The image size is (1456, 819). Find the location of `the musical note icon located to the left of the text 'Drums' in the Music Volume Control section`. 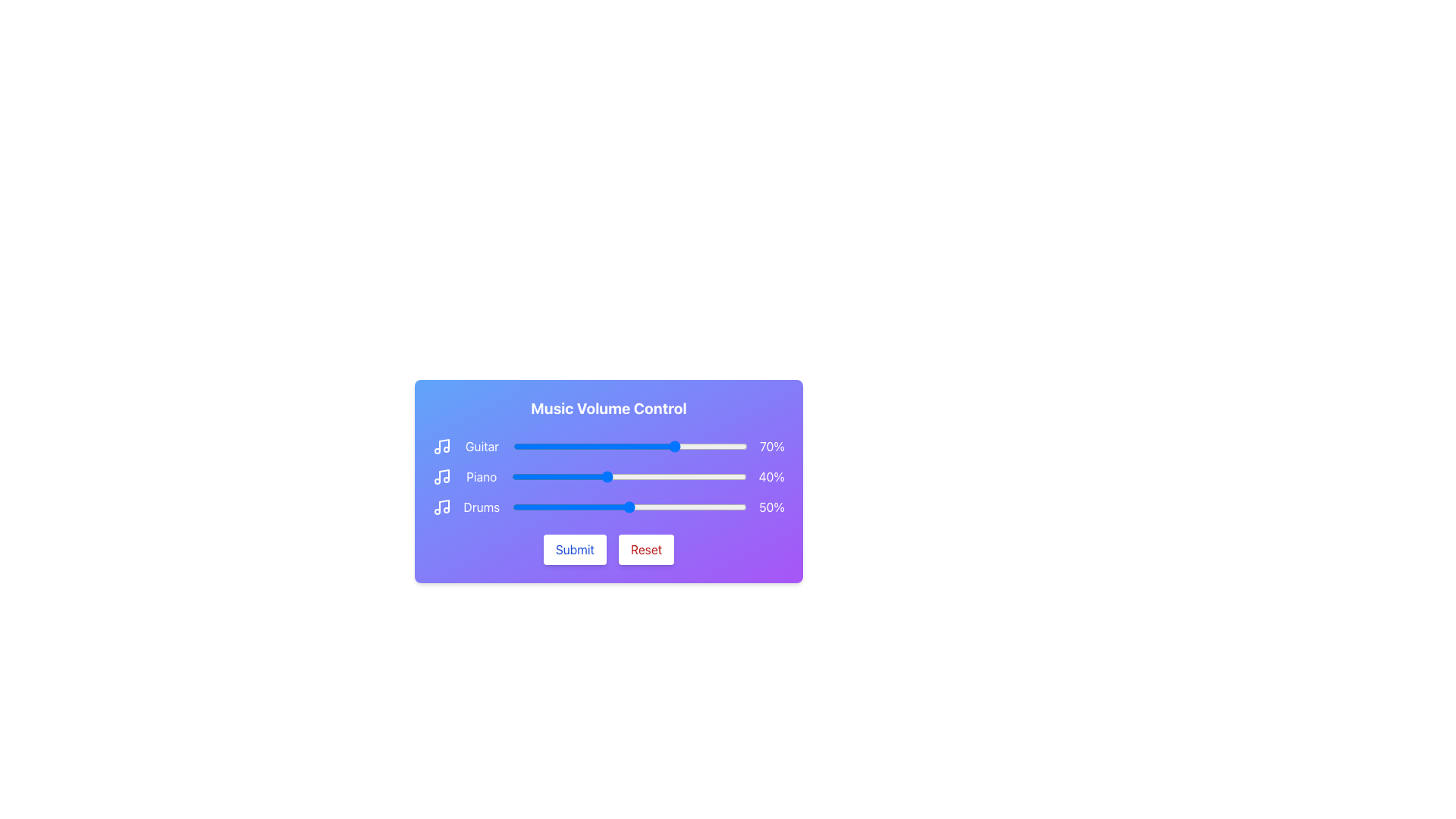

the musical note icon located to the left of the text 'Drums' in the Music Volume Control section is located at coordinates (441, 507).